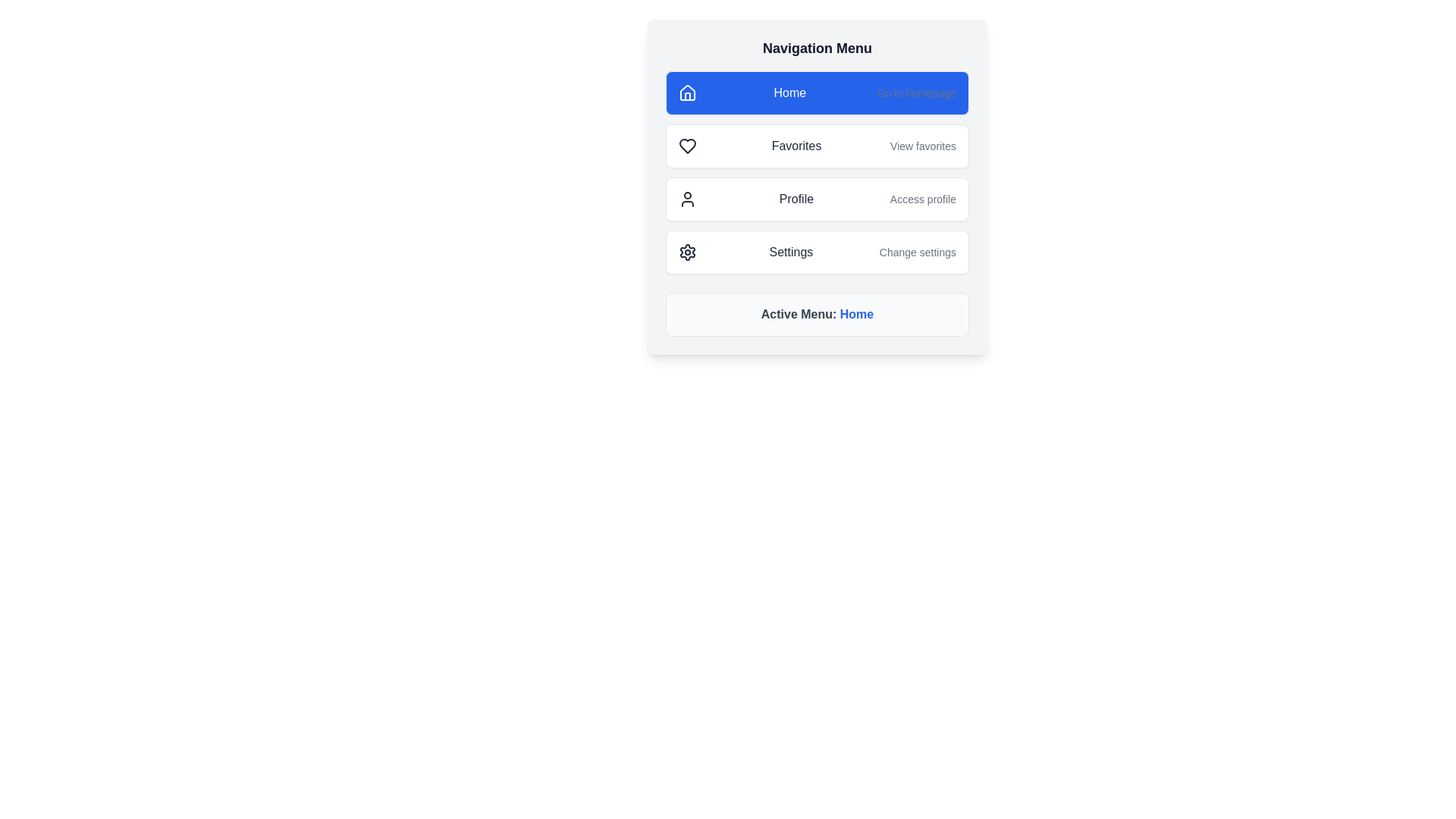  Describe the element at coordinates (790, 251) in the screenshot. I see `the 'Settings' text label, which is part of the menu item with a white background and rounded corners, located centrally between an icon on the left and a subtitle on the right` at that location.